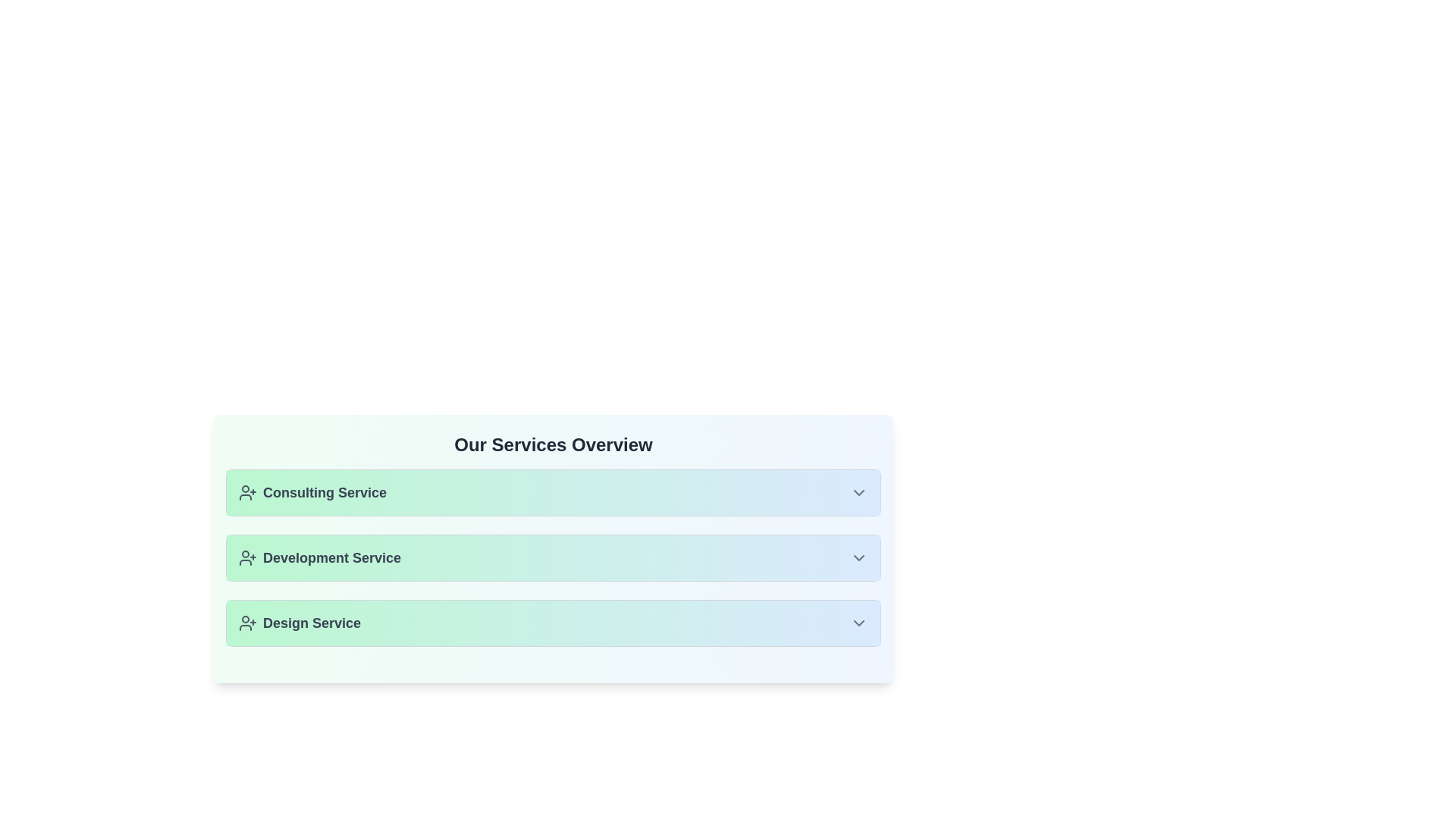 This screenshot has height=819, width=1456. I want to click on the 'Design Service' text with icon, so click(300, 623).